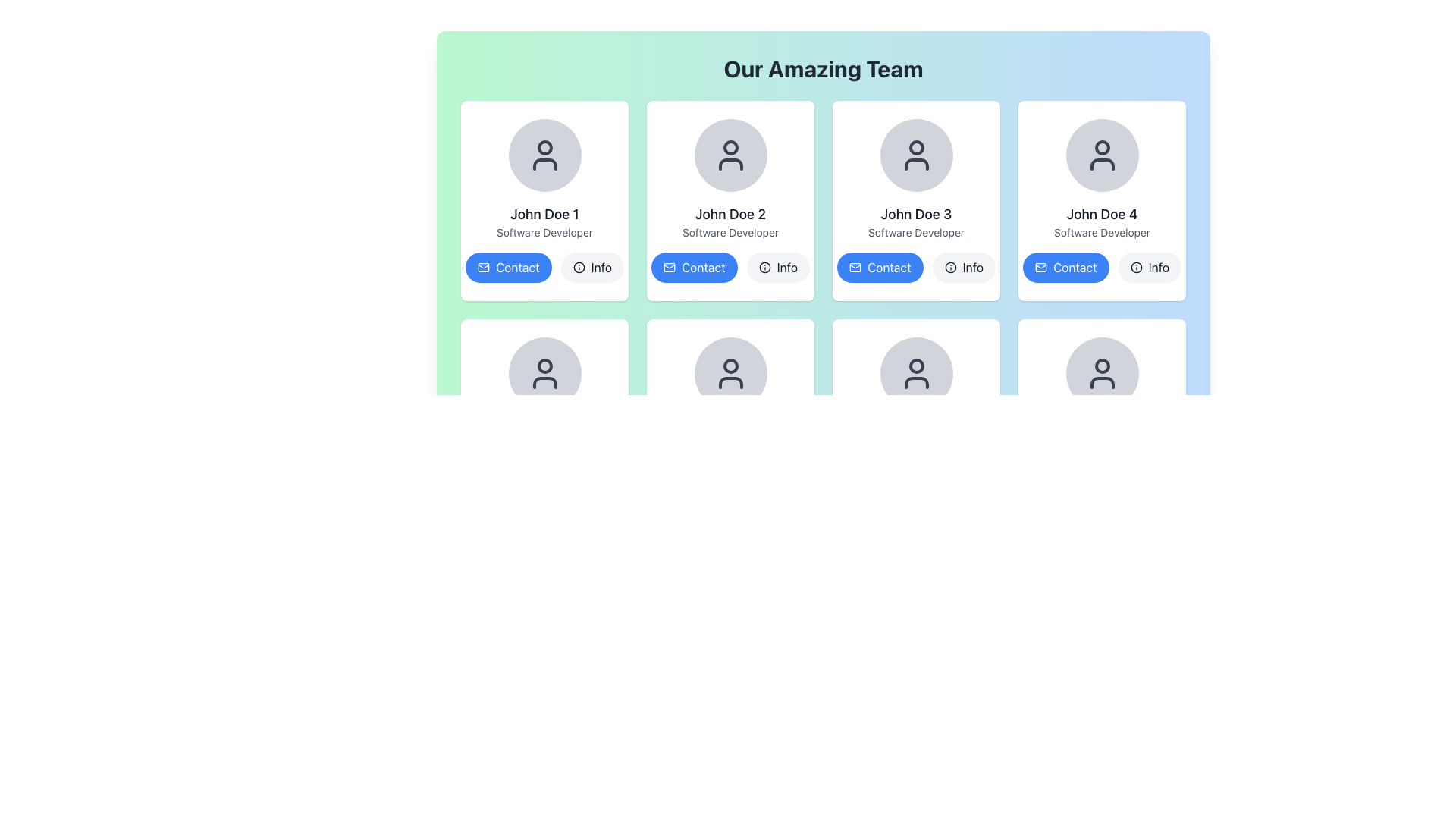 This screenshot has height=819, width=1456. I want to click on the grouped buttons in the fourth profile card of the 'Our Amazing Team' section below 'John Doe 4' and 'Software Developer', so click(1102, 267).